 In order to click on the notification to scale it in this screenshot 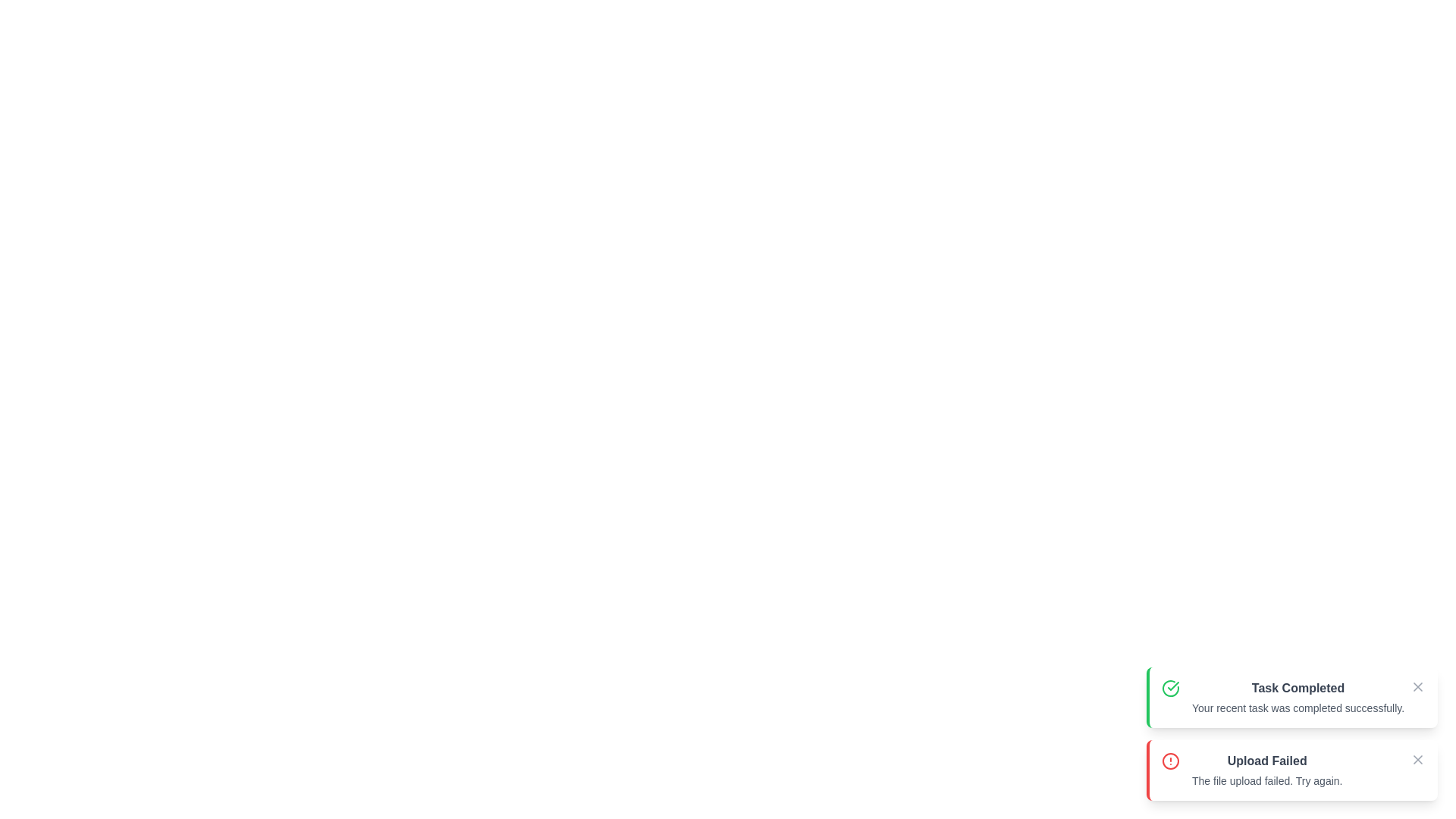, I will do `click(1291, 698)`.